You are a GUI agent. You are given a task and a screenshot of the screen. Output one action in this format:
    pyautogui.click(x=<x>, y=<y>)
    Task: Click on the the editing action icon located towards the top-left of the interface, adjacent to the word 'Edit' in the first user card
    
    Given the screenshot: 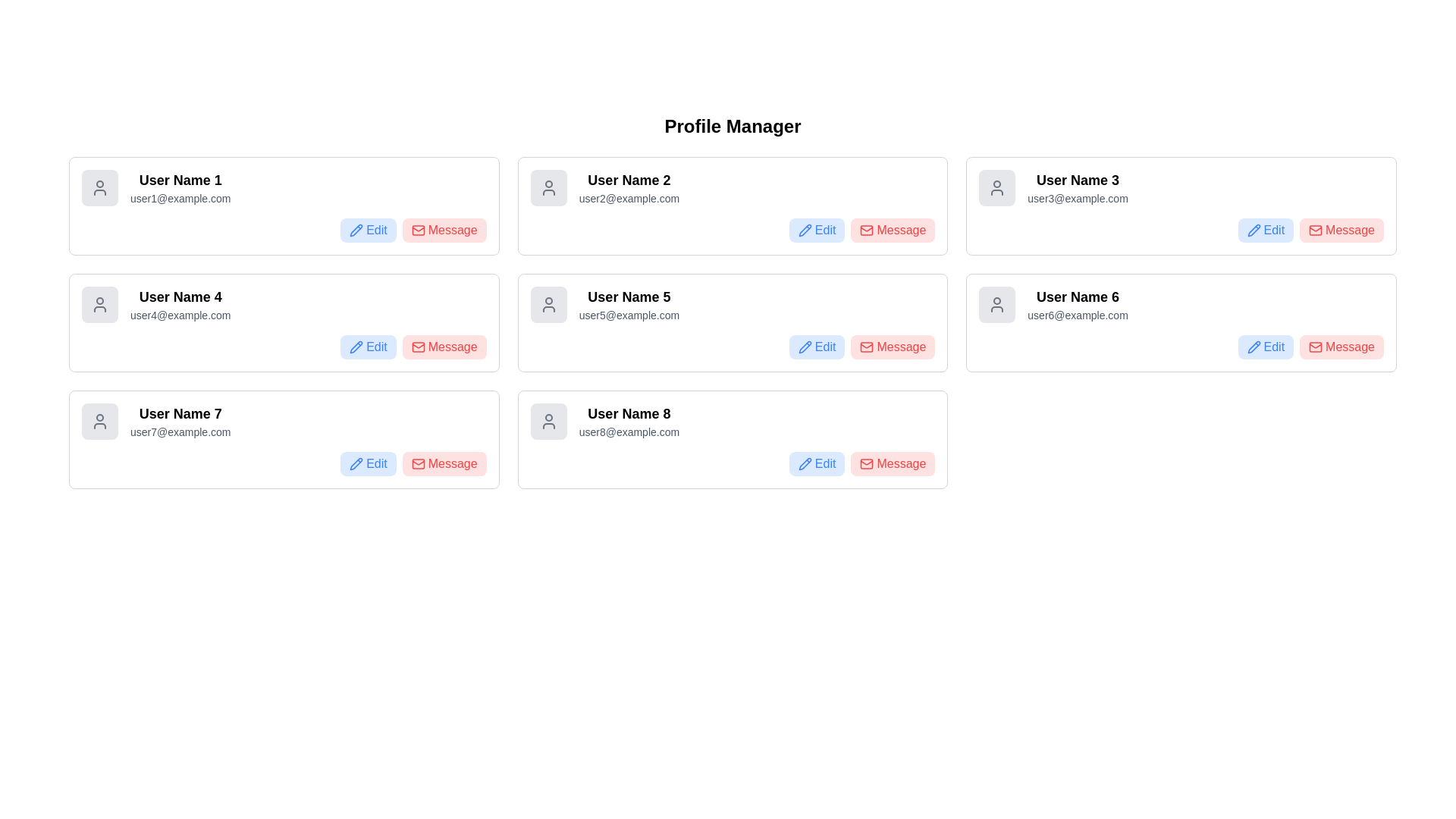 What is the action you would take?
    pyautogui.click(x=356, y=231)
    